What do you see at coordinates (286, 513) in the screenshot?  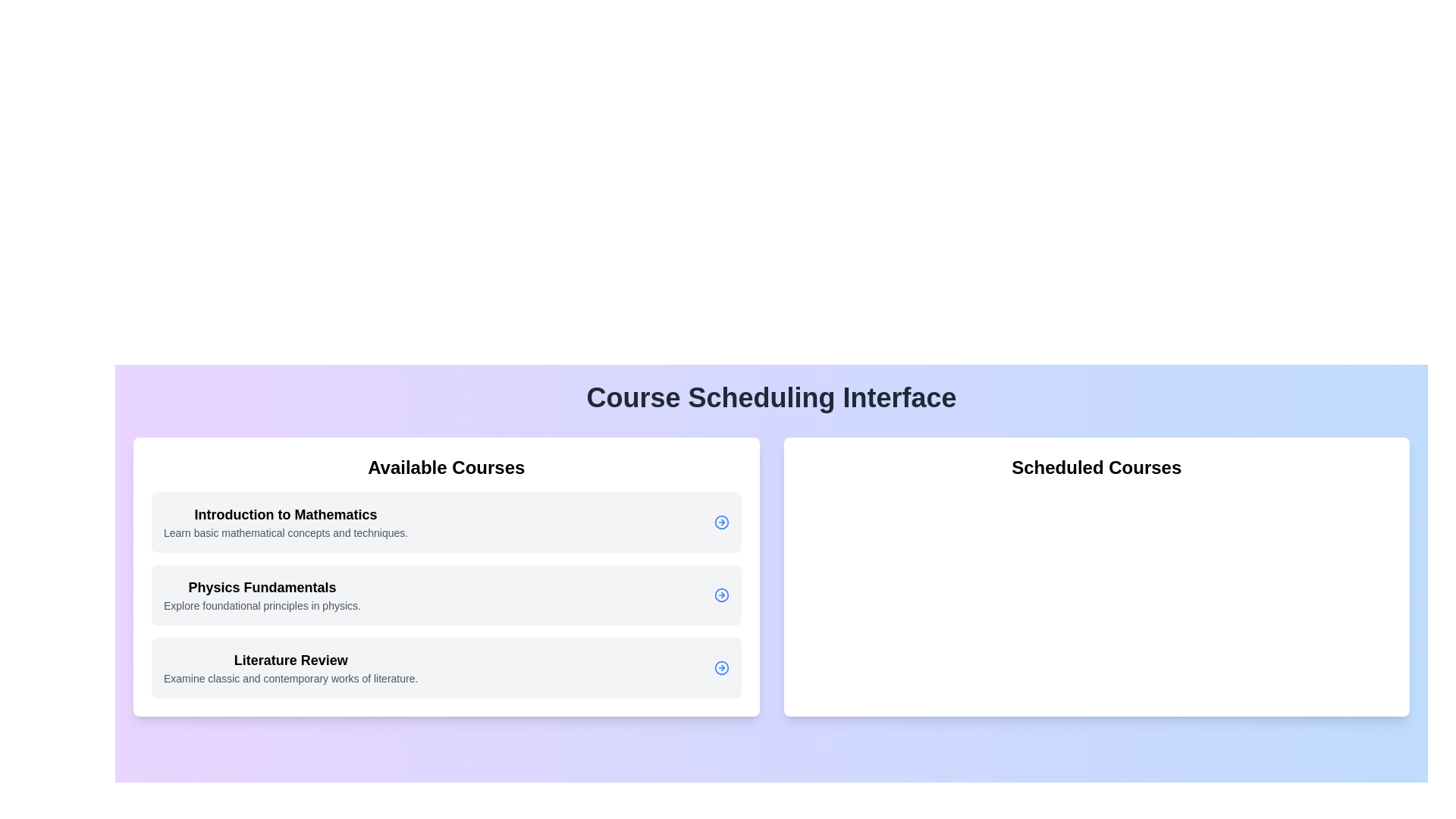 I see `contents of the text label that serves as the title for the 'Introduction to Mathematics' course, located in the middle-left panel under 'Available Courses.'` at bounding box center [286, 513].